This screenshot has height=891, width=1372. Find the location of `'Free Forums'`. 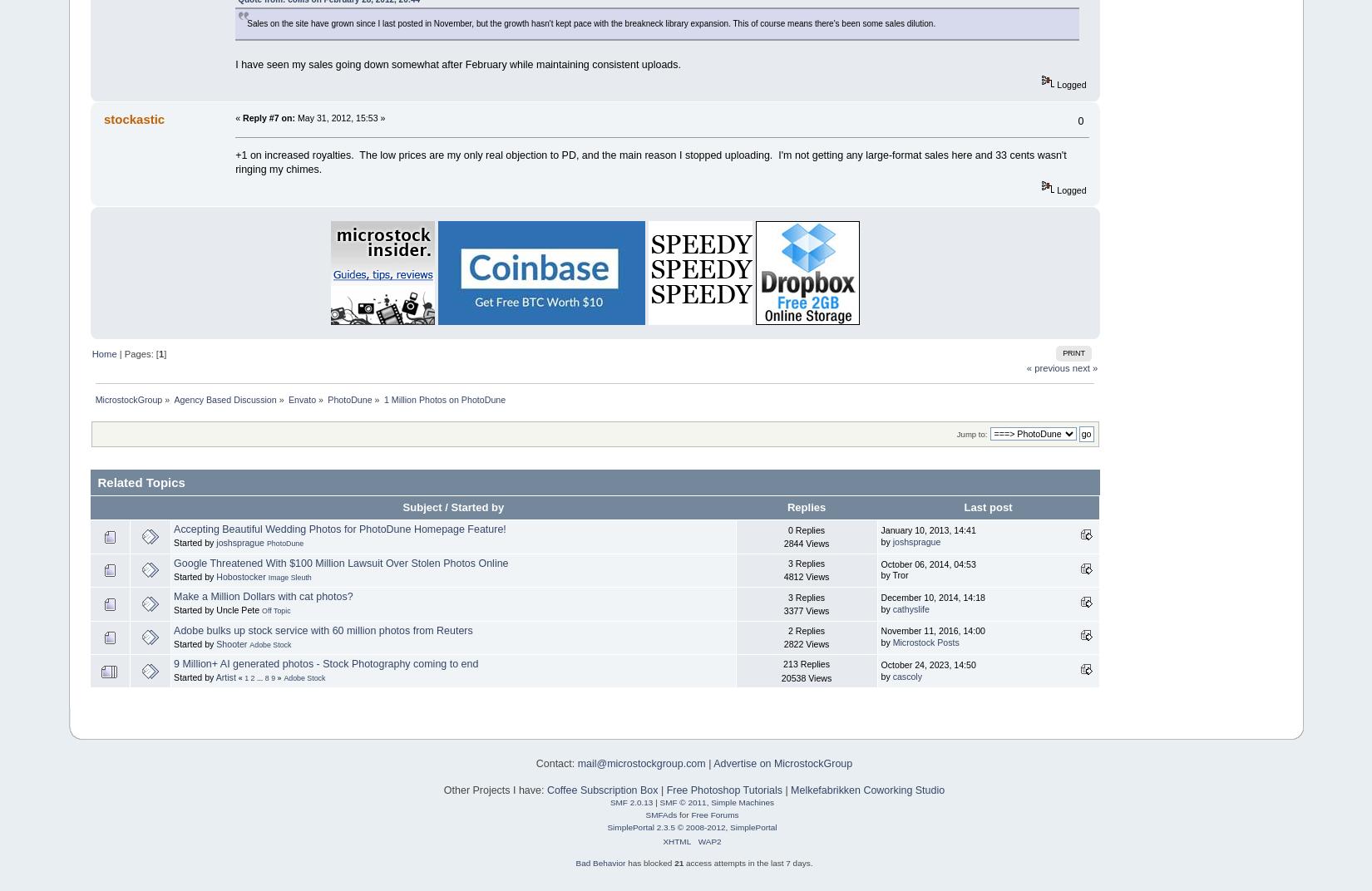

'Free Forums' is located at coordinates (690, 814).